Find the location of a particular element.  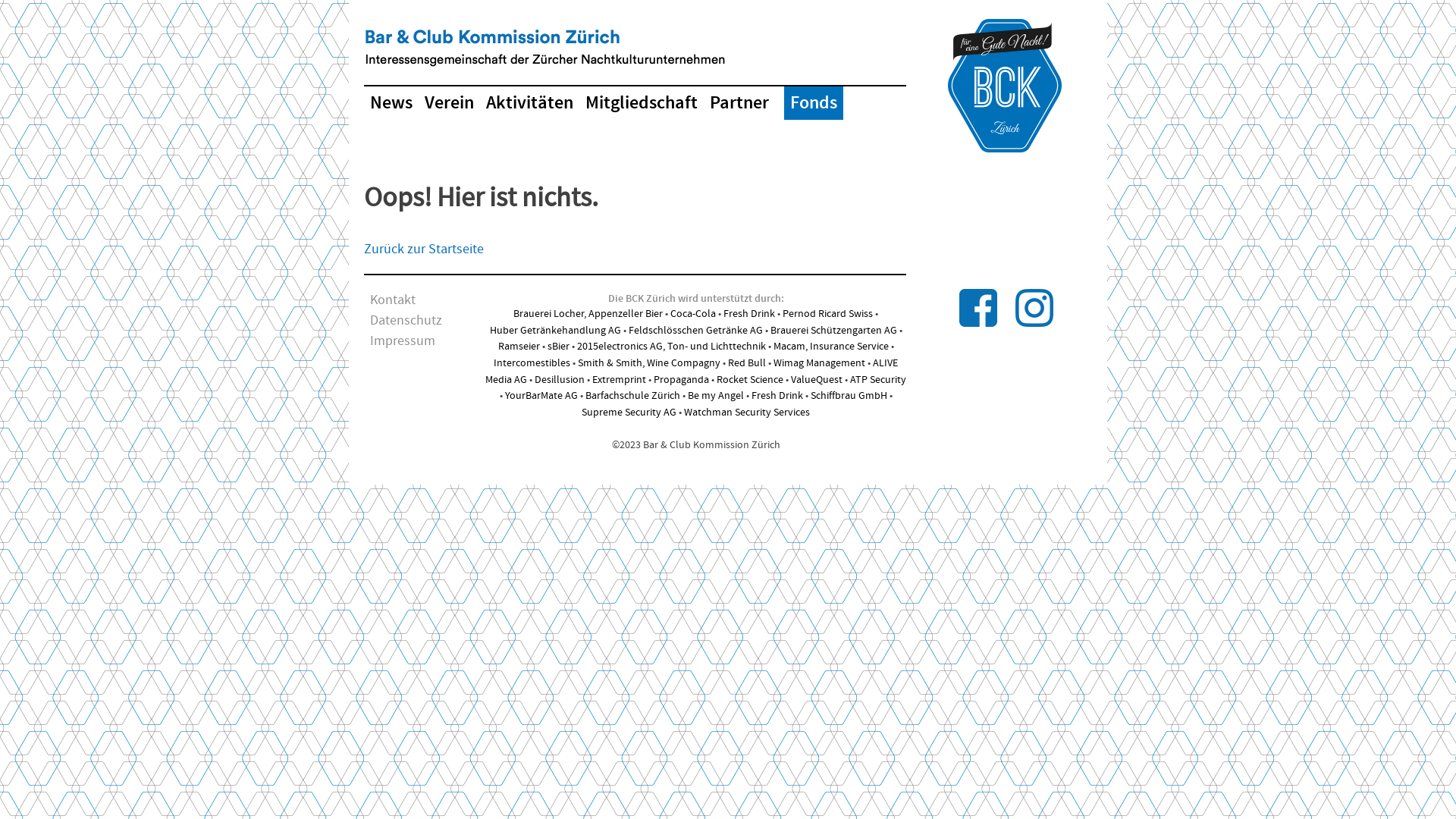

'Partner' is located at coordinates (739, 102).